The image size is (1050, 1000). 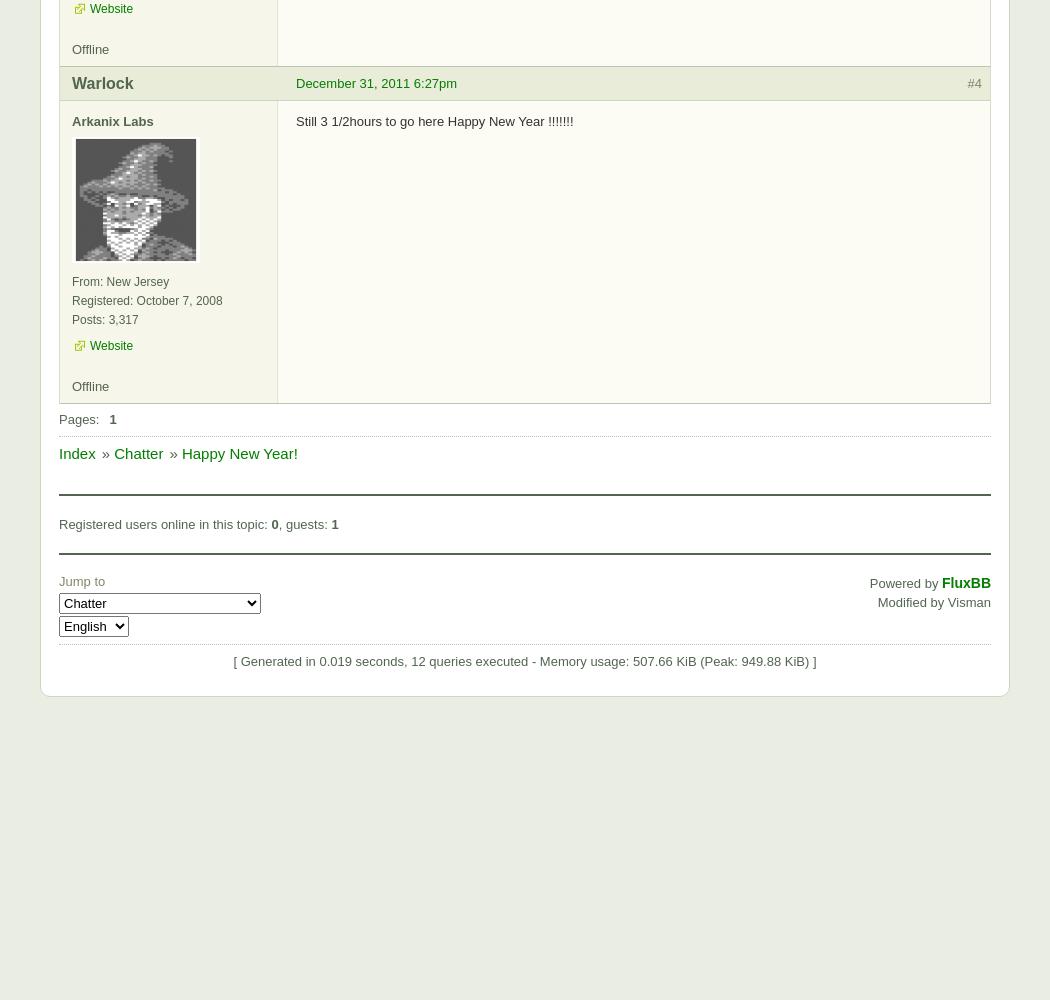 What do you see at coordinates (82, 579) in the screenshot?
I see `'Jump to'` at bounding box center [82, 579].